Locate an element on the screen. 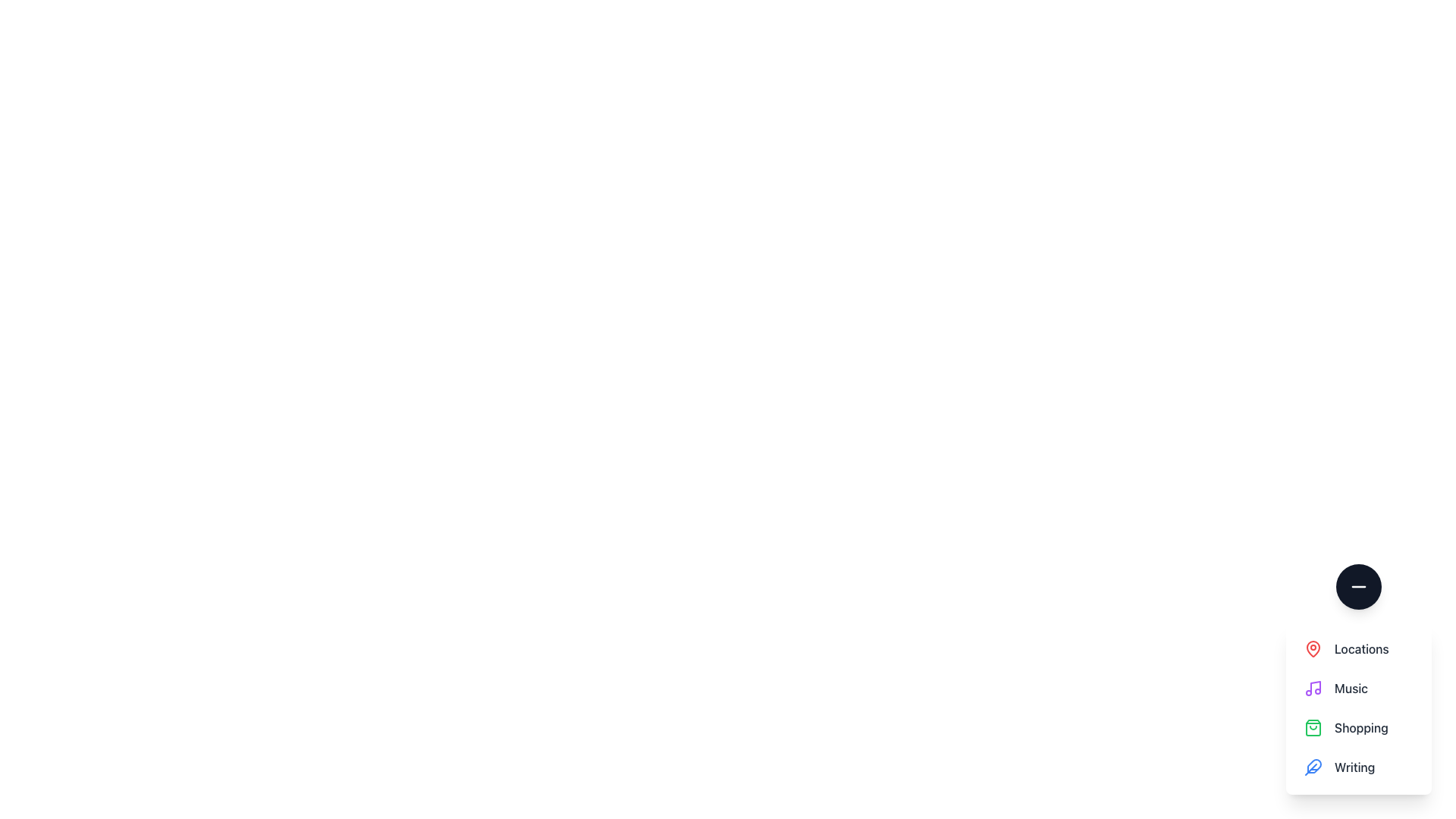 The image size is (1456, 819). the circular button with a dark gray or black background that resembles a minus sign to trigger its hover effect is located at coordinates (1358, 586).